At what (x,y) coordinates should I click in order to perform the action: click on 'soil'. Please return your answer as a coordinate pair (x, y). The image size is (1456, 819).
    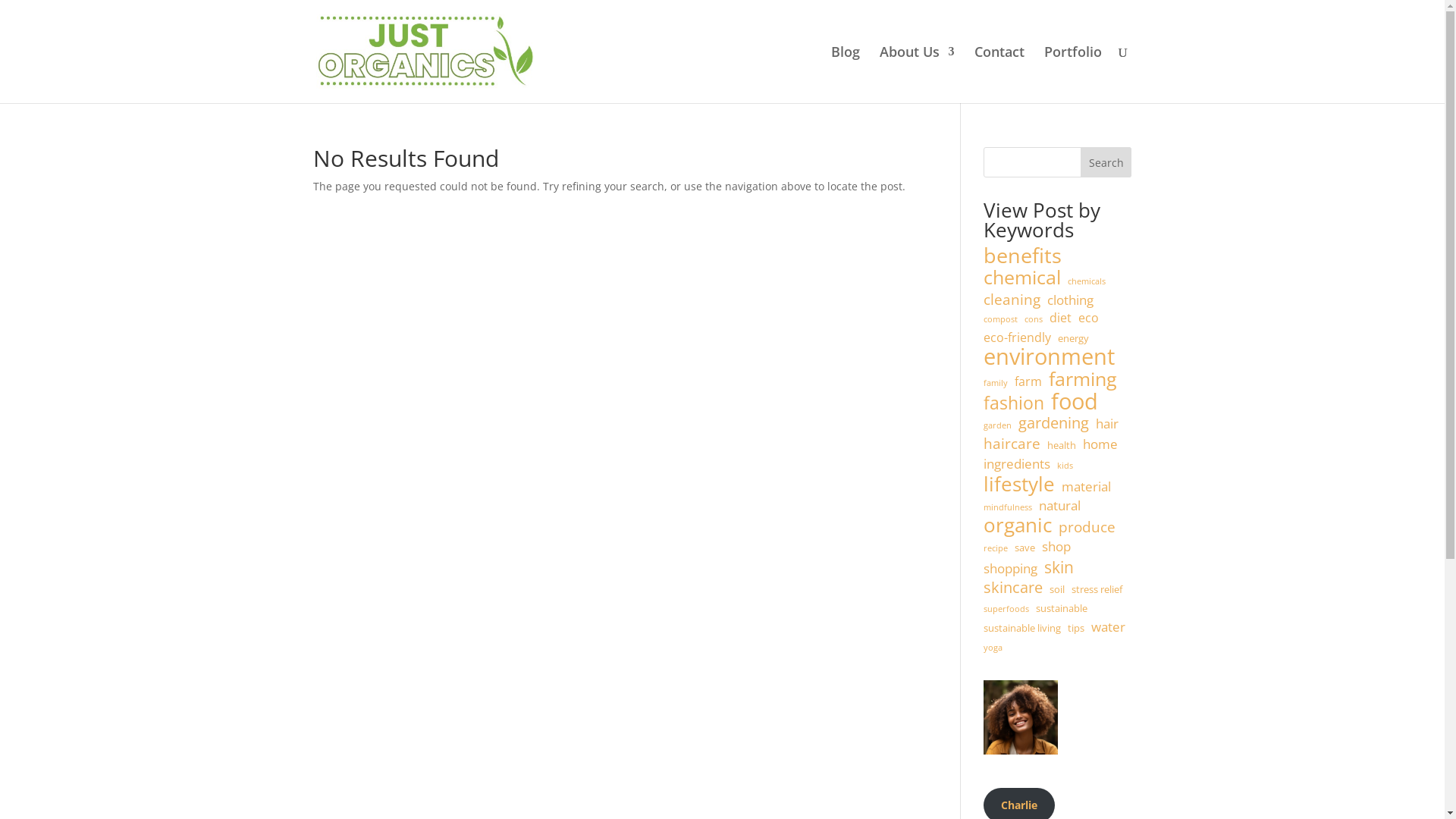
    Looking at the image, I should click on (1056, 589).